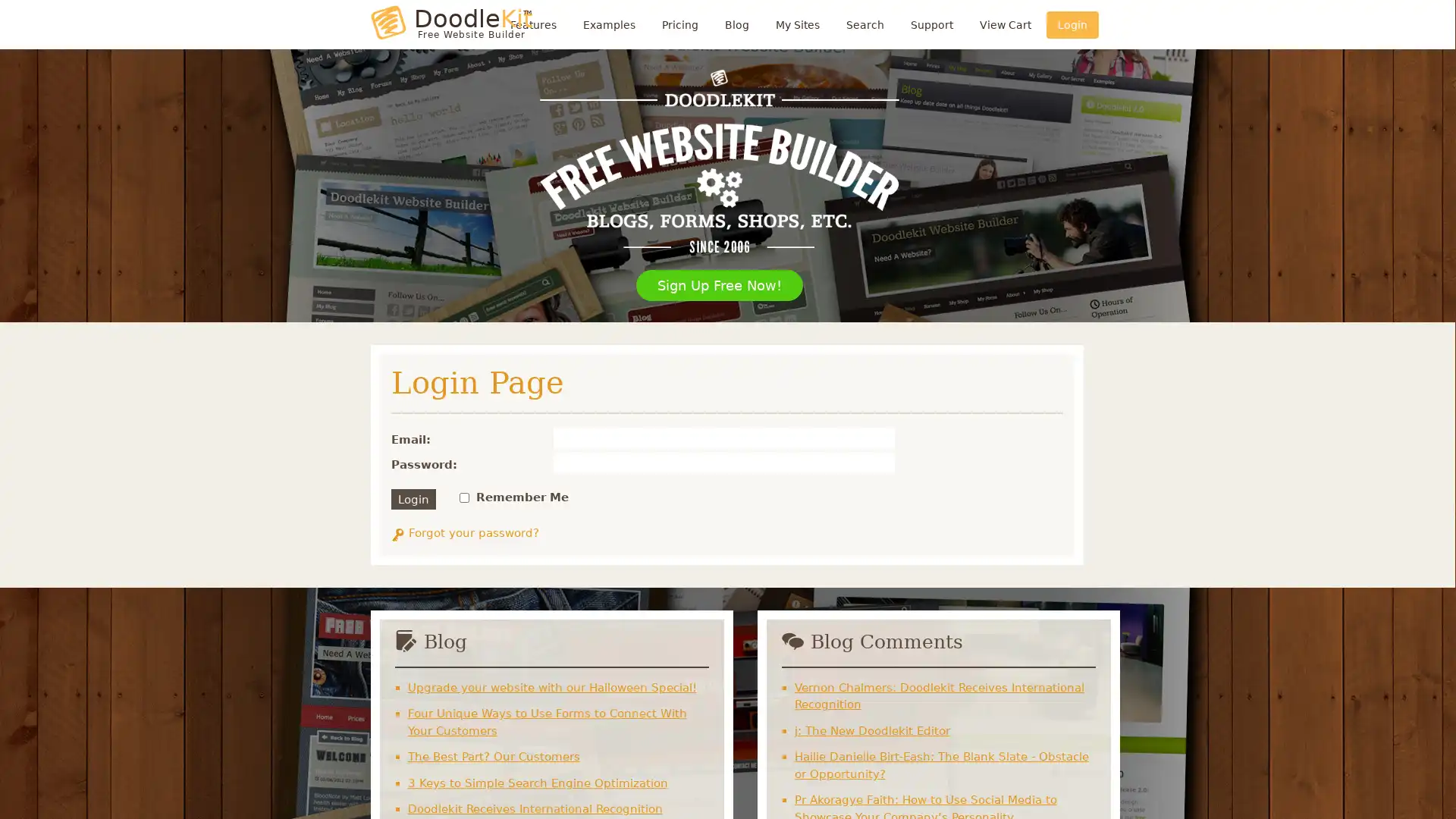  Describe the element at coordinates (413, 499) in the screenshot. I see `Login` at that location.